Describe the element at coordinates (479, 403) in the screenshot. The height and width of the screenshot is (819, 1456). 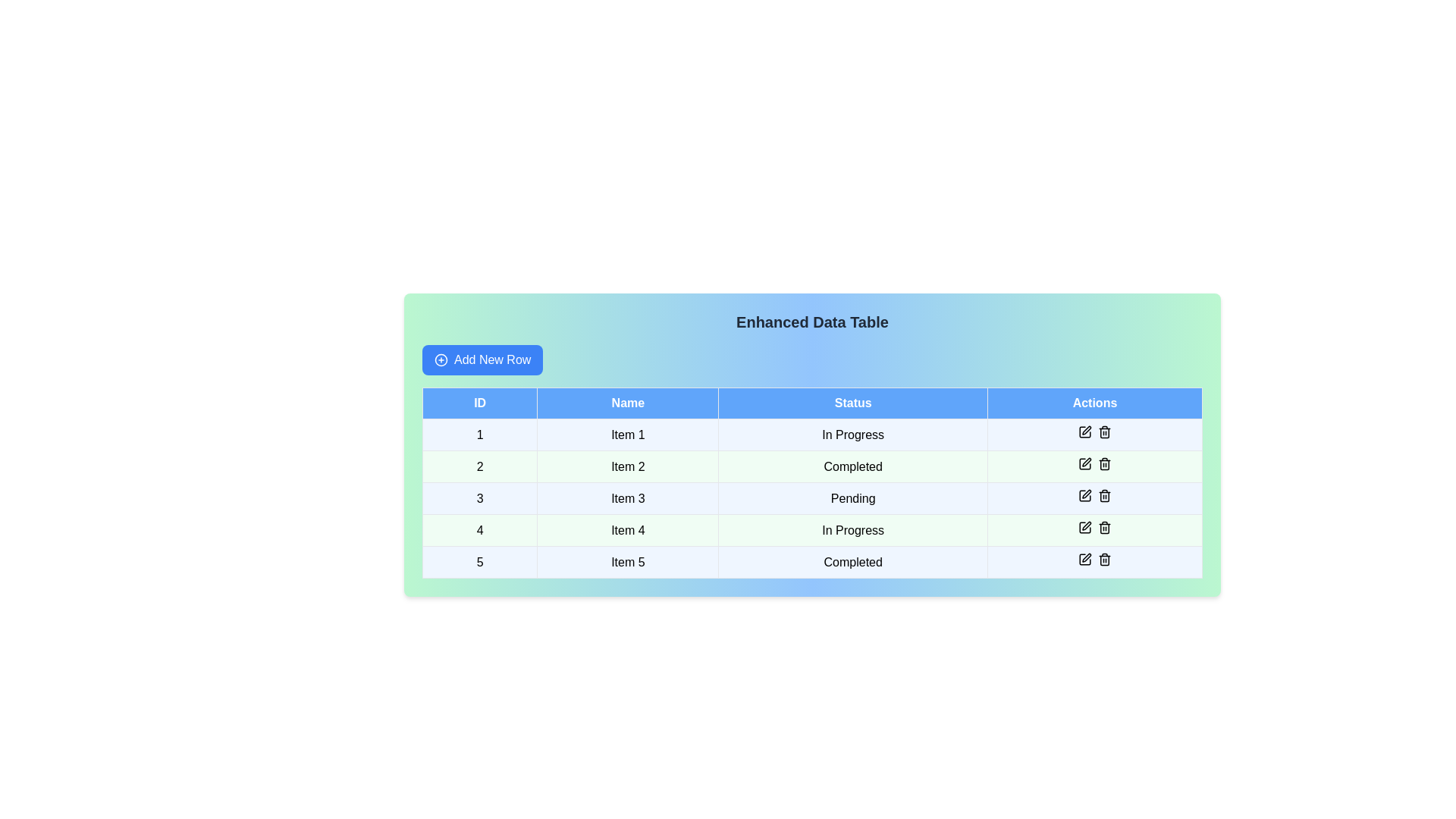
I see `the first column header of the table, which displays IDs of items, positioned beneath the 'Add New Row' button` at that location.